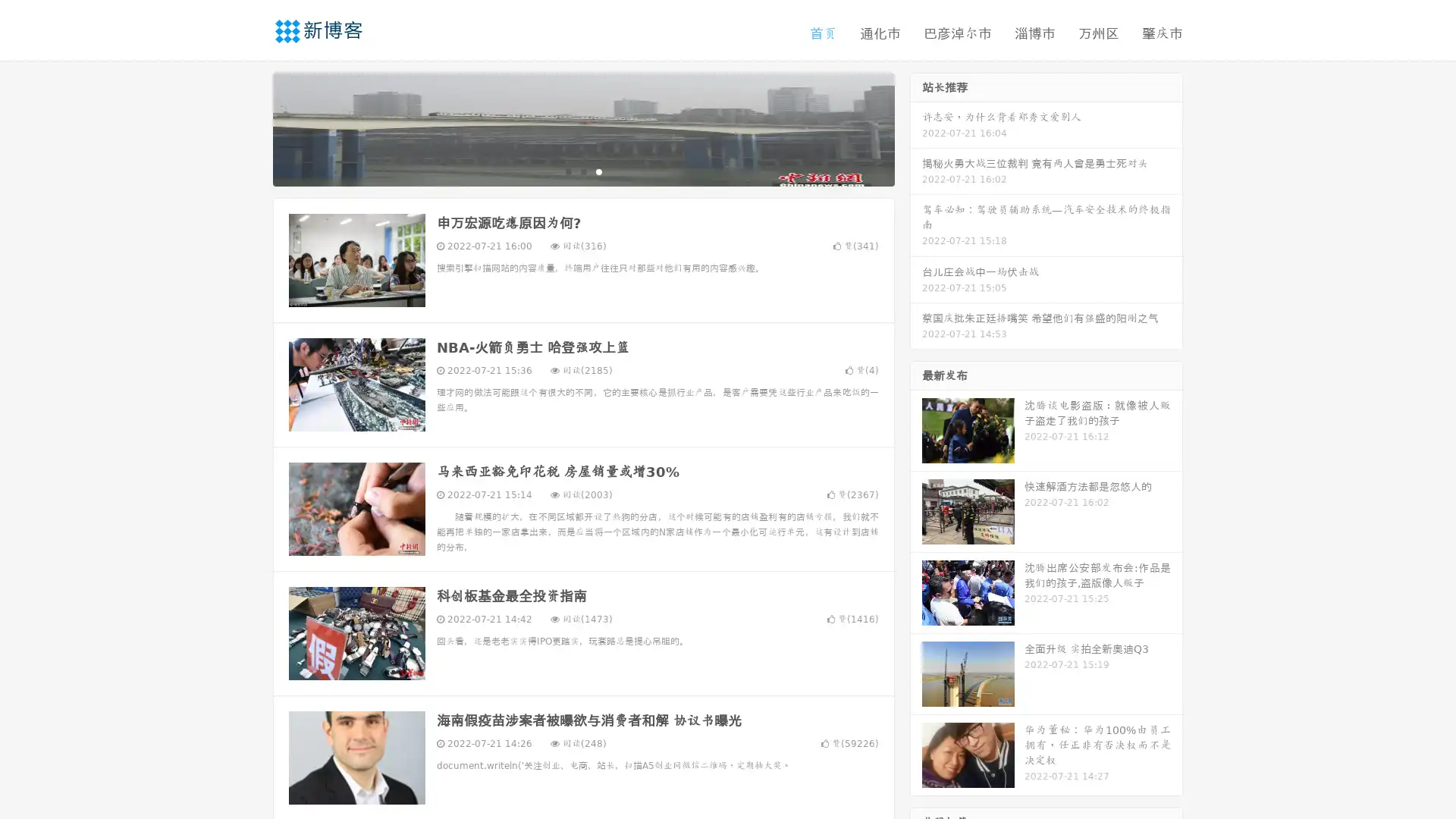 The width and height of the screenshot is (1456, 819). What do you see at coordinates (567, 171) in the screenshot?
I see `Go to slide 1` at bounding box center [567, 171].